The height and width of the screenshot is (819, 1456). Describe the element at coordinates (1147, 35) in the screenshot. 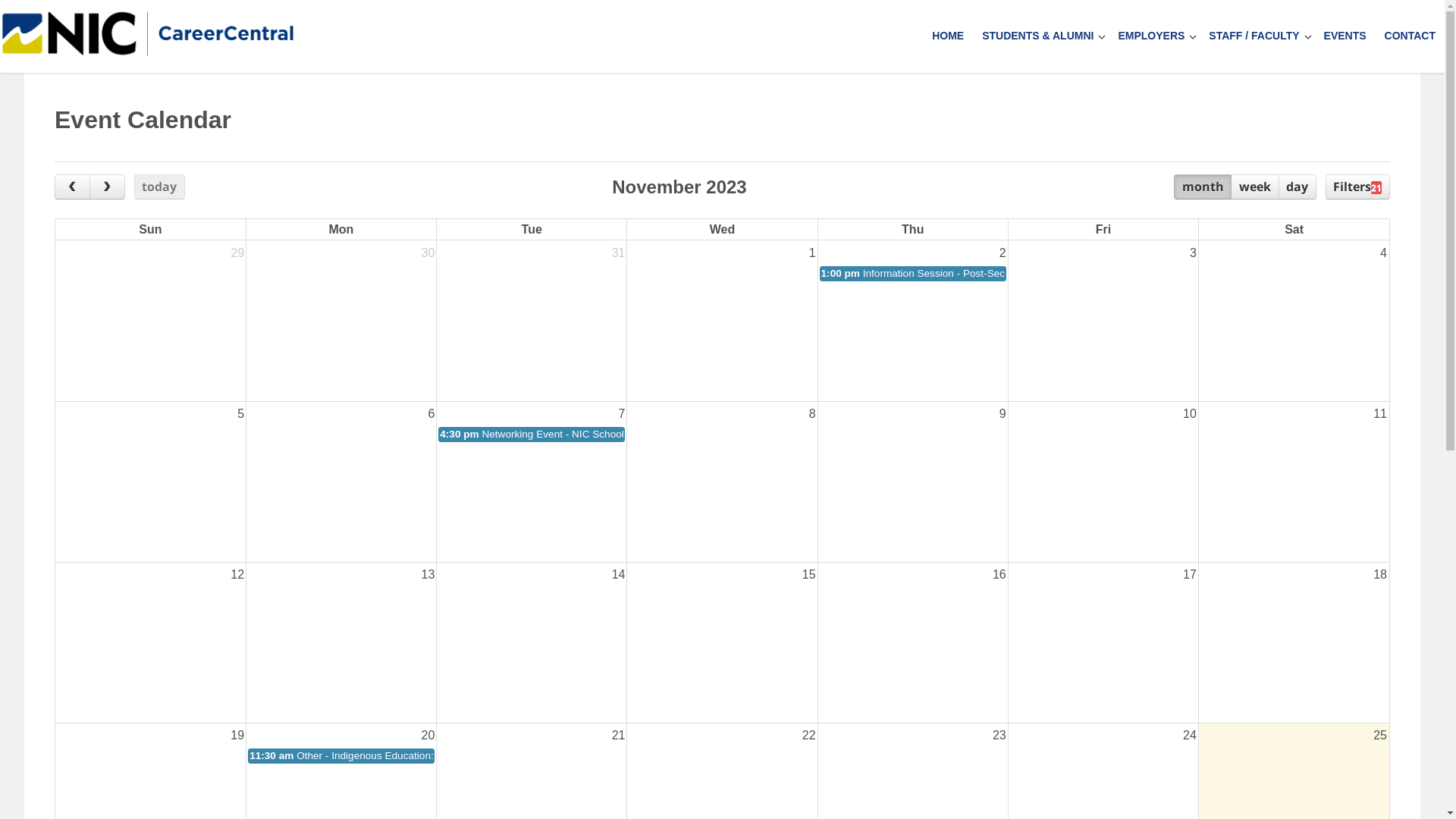

I see `'EMPLOYERS'` at that location.